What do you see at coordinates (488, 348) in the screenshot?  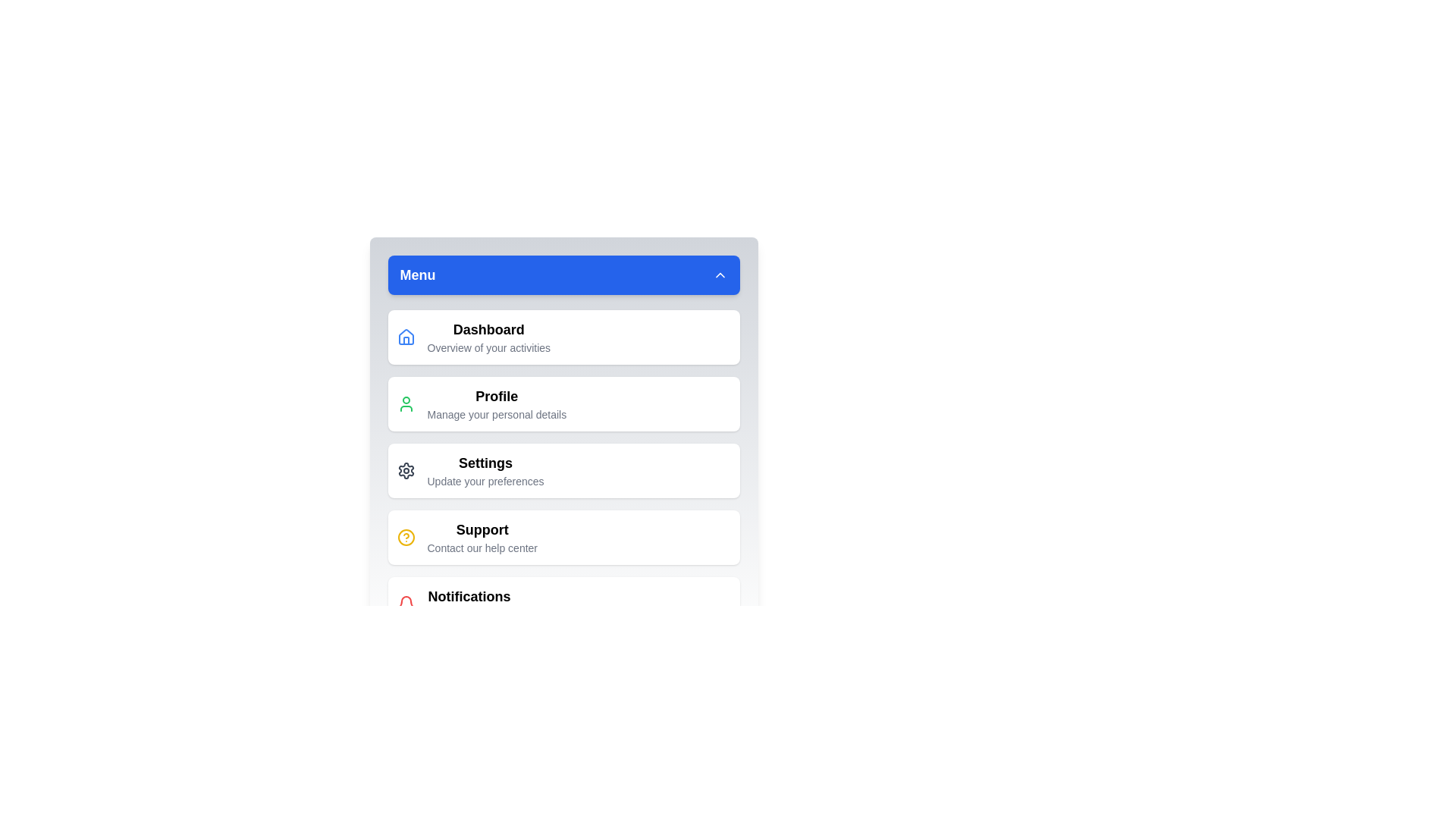 I see `the text label that reads 'Overview of your activities', which is styled with a smaller font size and light gray color, positioned directly beneath the bold title 'Dashboard' in the vertical navigation menu` at bounding box center [488, 348].